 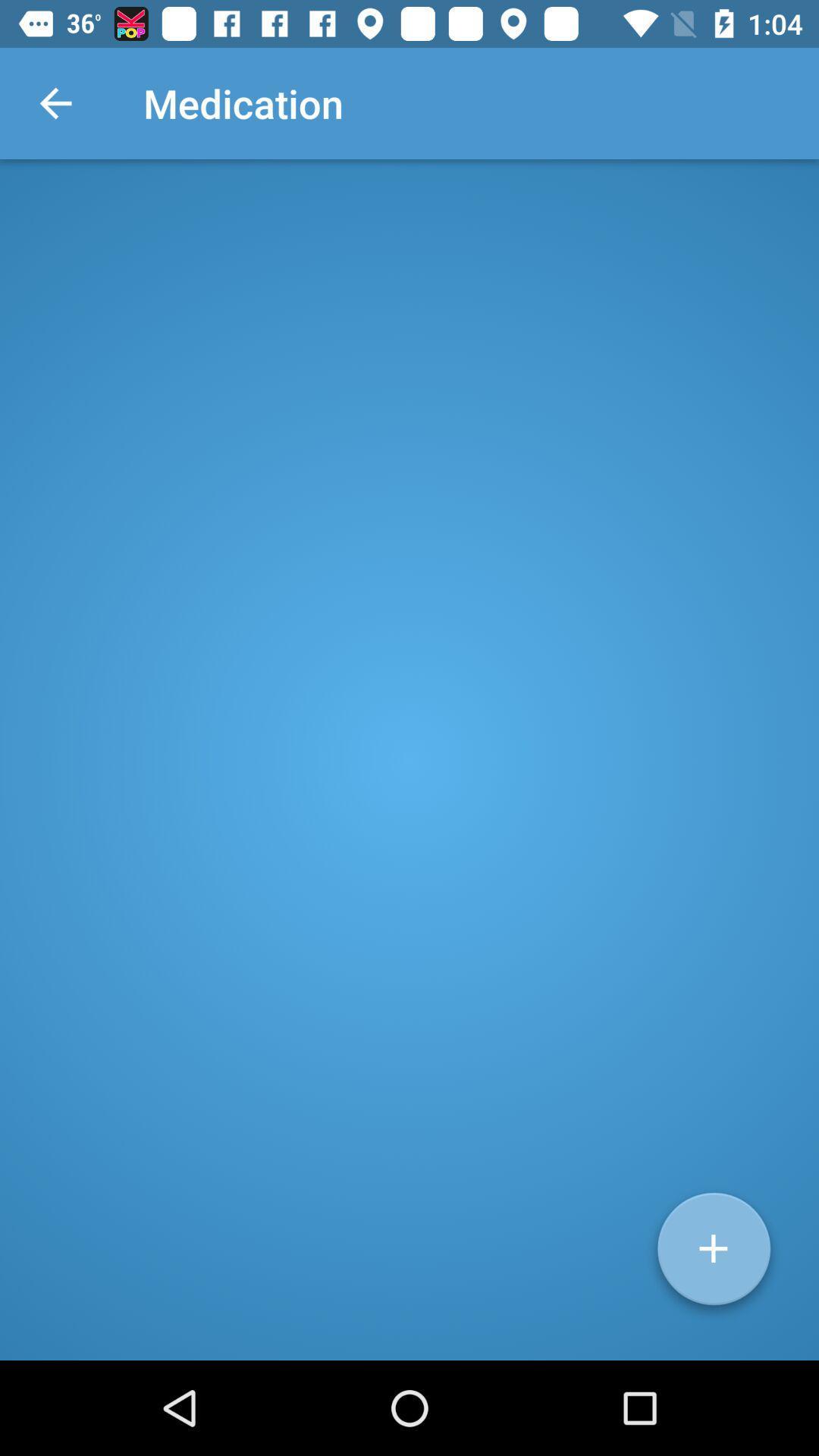 What do you see at coordinates (714, 1254) in the screenshot?
I see `the add icon` at bounding box center [714, 1254].